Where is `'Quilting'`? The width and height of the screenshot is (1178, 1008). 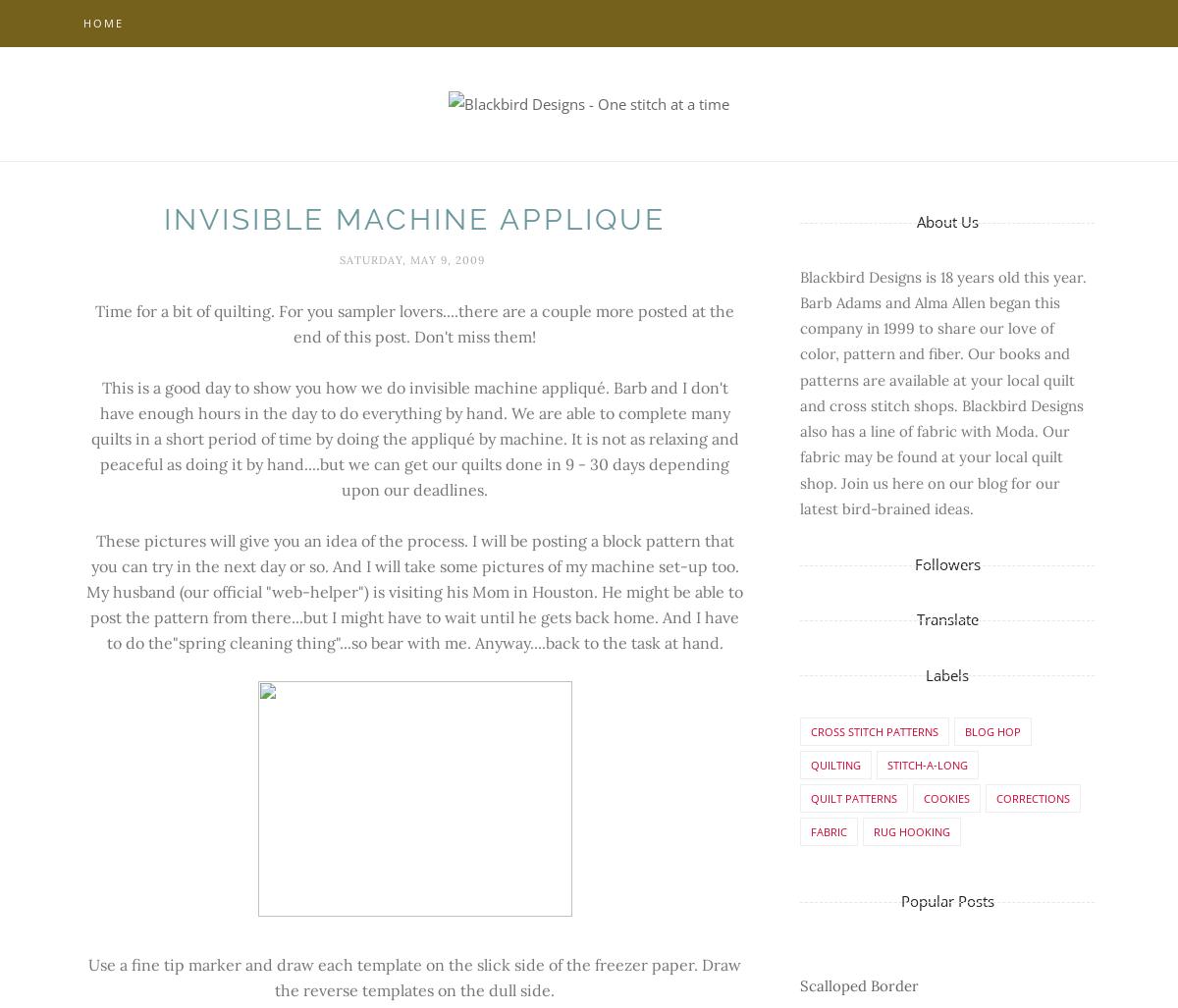 'Quilting' is located at coordinates (809, 763).